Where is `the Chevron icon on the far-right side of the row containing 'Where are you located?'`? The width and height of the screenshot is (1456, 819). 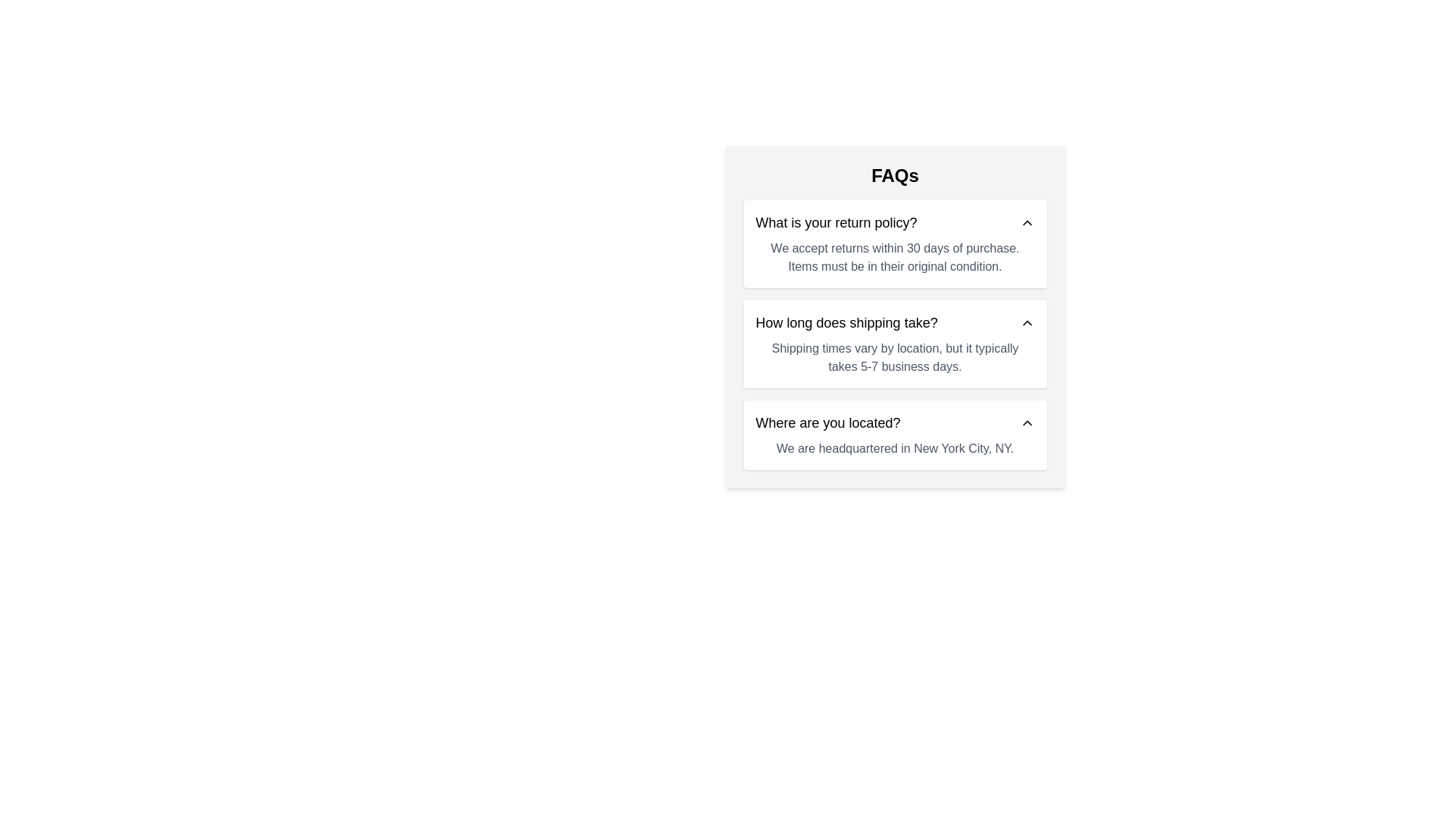 the Chevron icon on the far-right side of the row containing 'Where are you located?' is located at coordinates (1027, 423).